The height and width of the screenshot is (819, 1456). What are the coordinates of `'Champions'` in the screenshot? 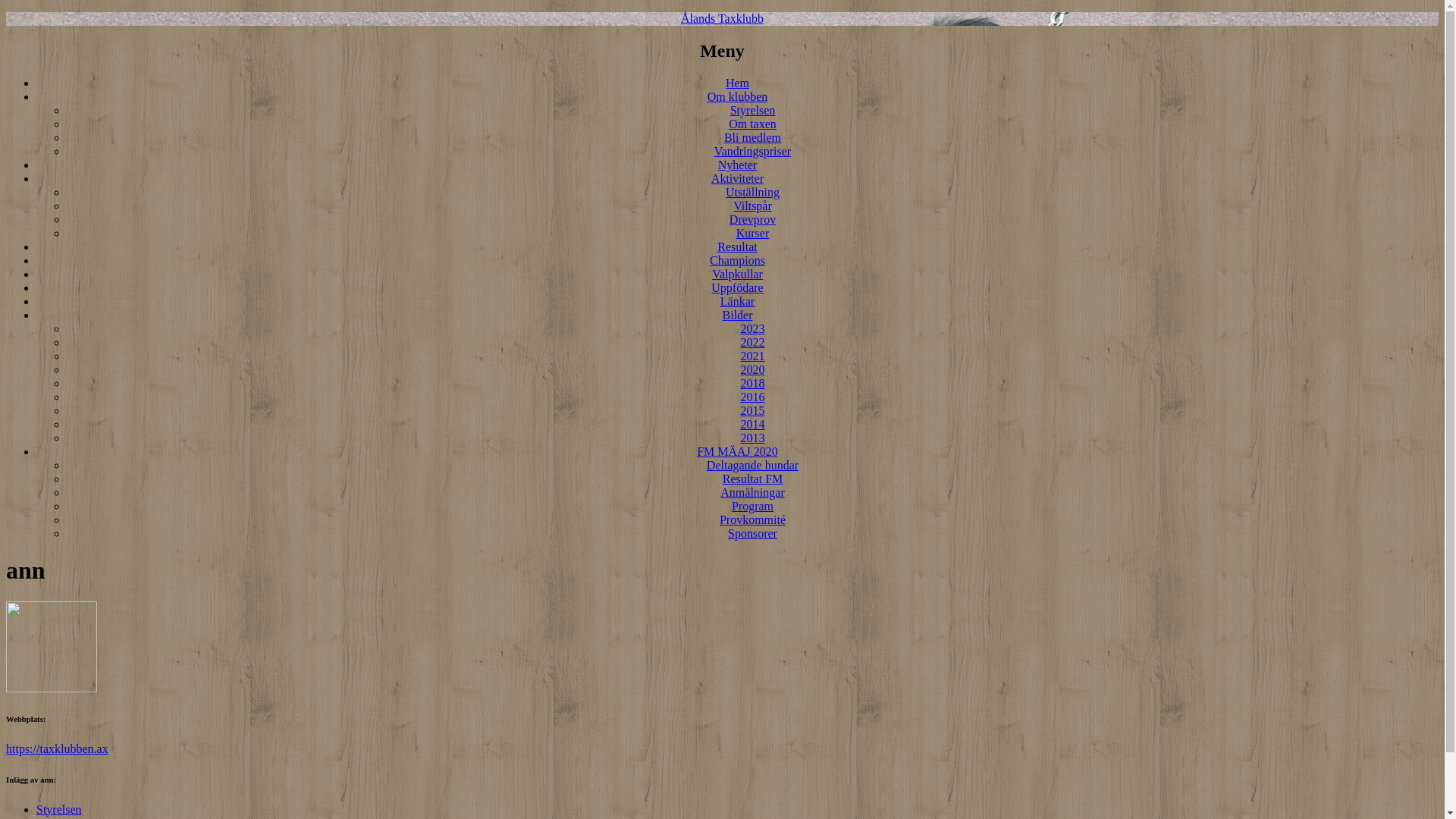 It's located at (737, 259).